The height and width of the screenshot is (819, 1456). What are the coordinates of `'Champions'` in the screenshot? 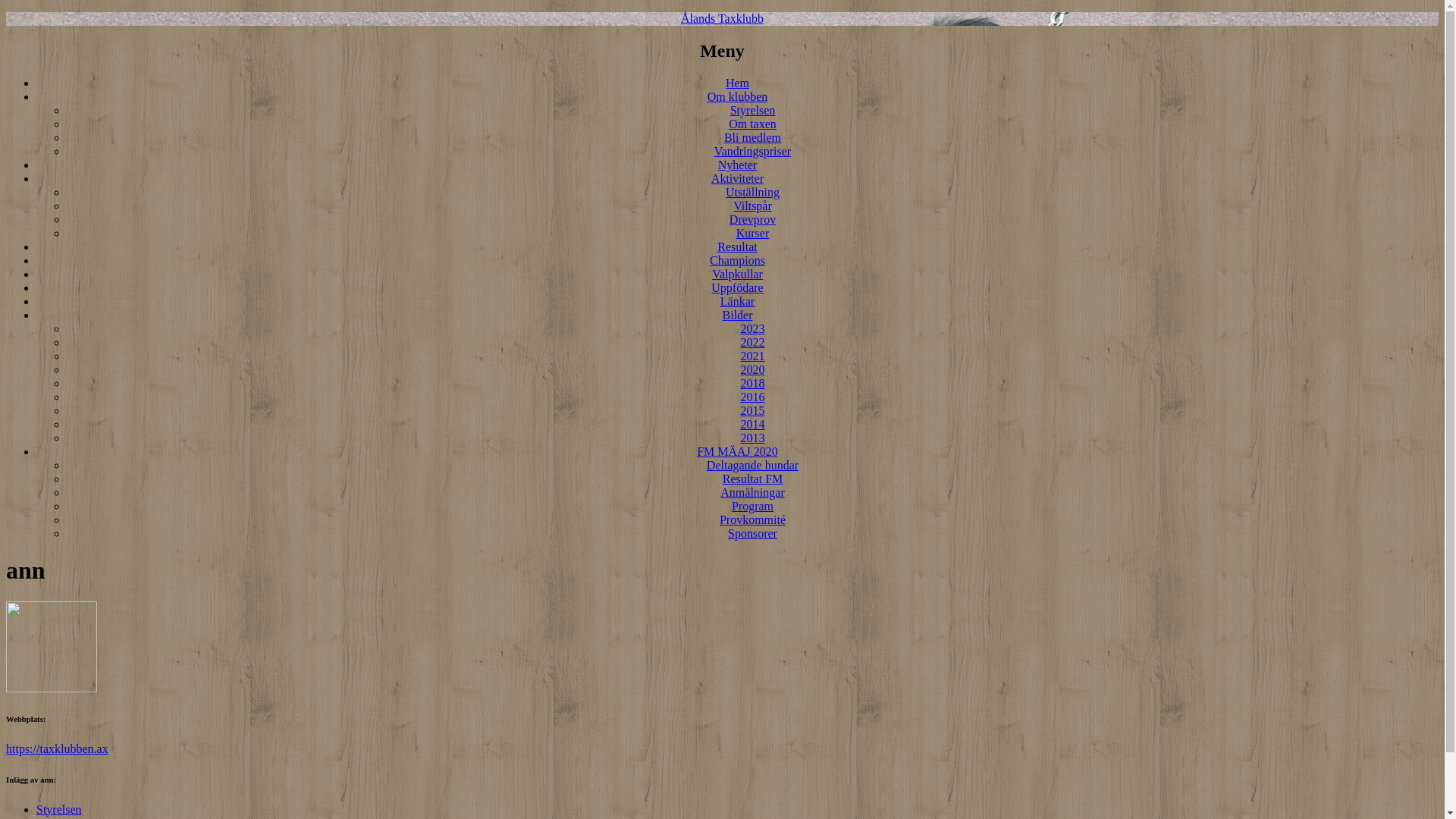 It's located at (737, 259).